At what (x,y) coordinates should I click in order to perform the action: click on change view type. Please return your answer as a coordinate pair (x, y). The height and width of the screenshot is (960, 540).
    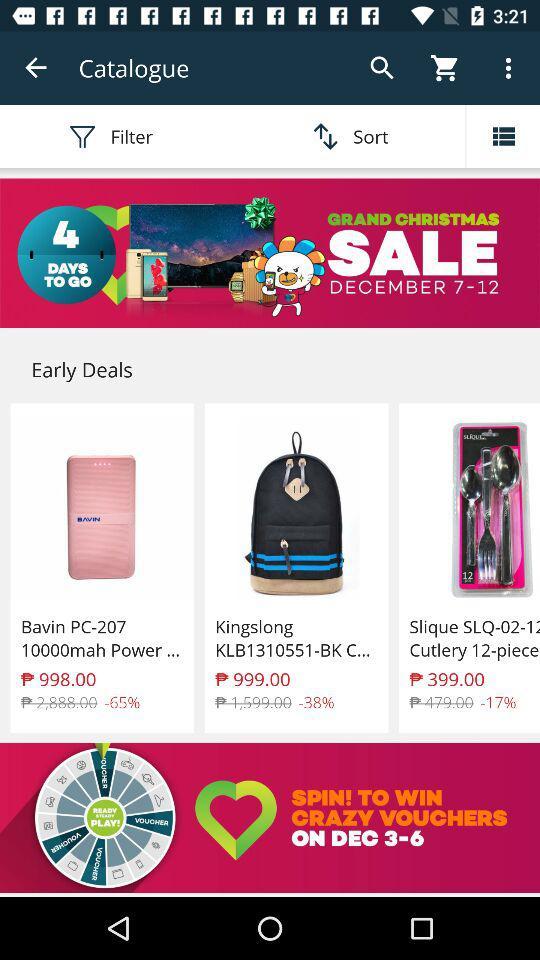
    Looking at the image, I should click on (502, 135).